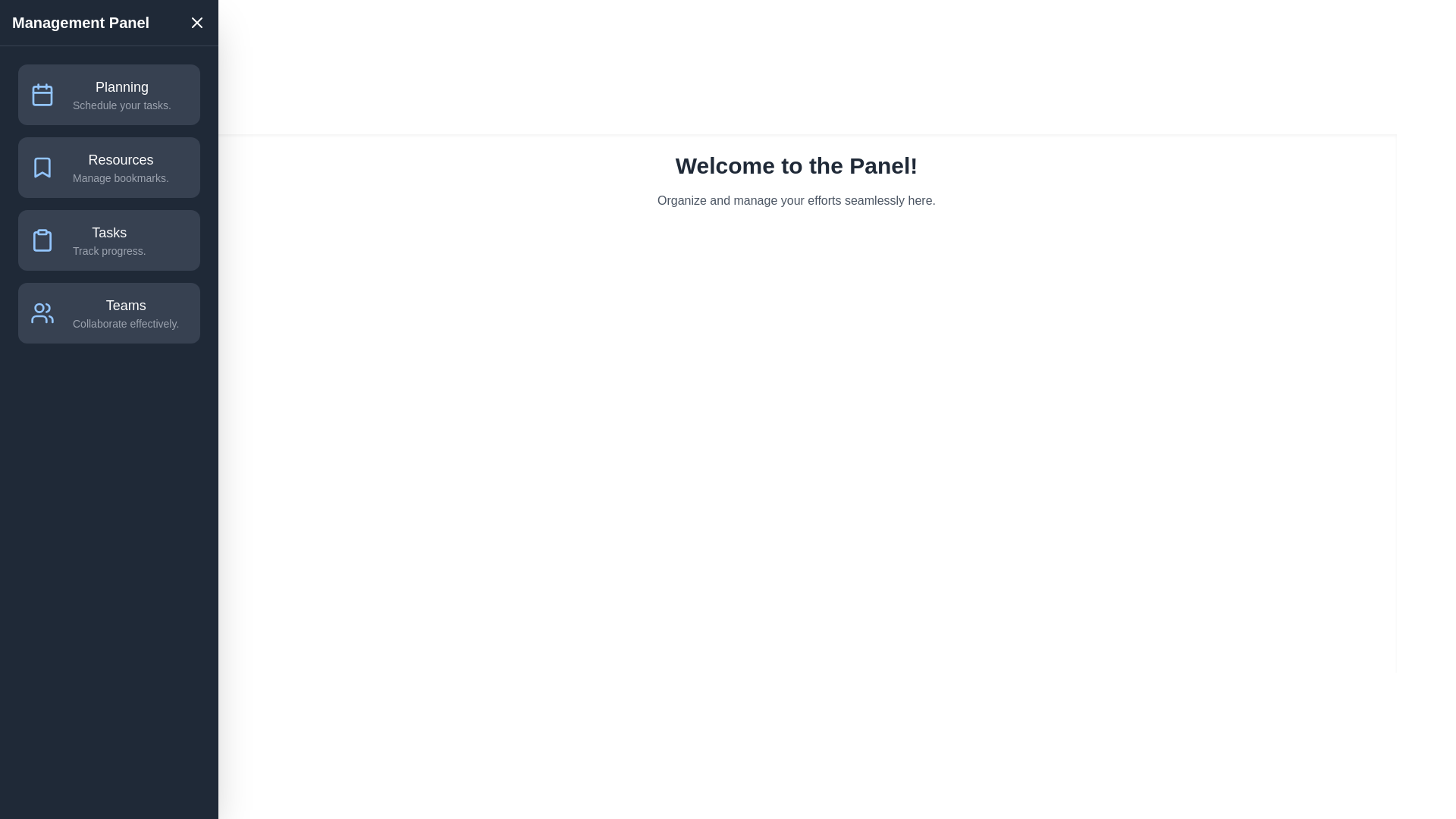  Describe the element at coordinates (108, 167) in the screenshot. I see `the menu item Resources to observe its hover effect` at that location.